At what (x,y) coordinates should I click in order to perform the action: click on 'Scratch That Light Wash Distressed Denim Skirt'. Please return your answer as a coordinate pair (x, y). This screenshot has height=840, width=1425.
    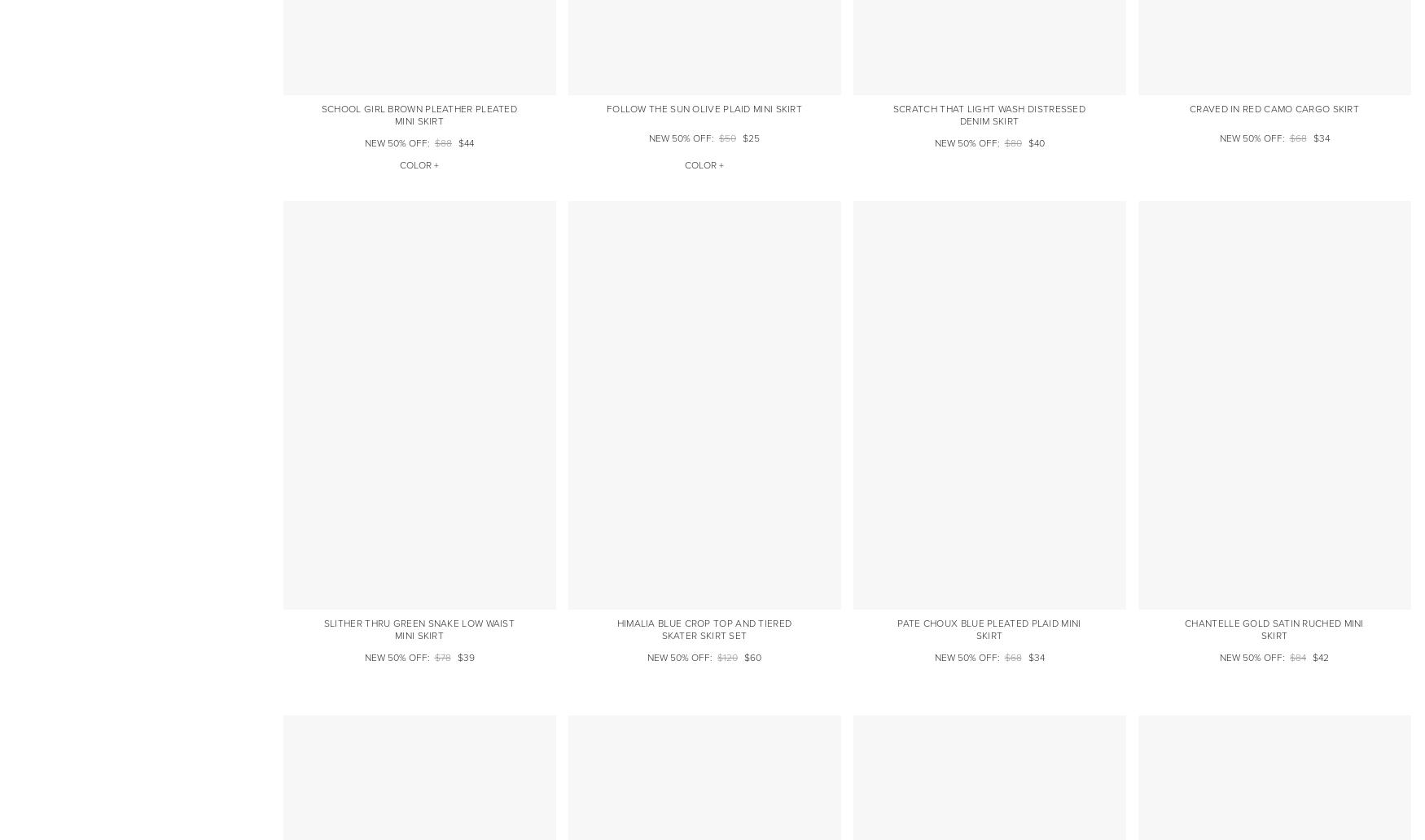
    Looking at the image, I should click on (892, 113).